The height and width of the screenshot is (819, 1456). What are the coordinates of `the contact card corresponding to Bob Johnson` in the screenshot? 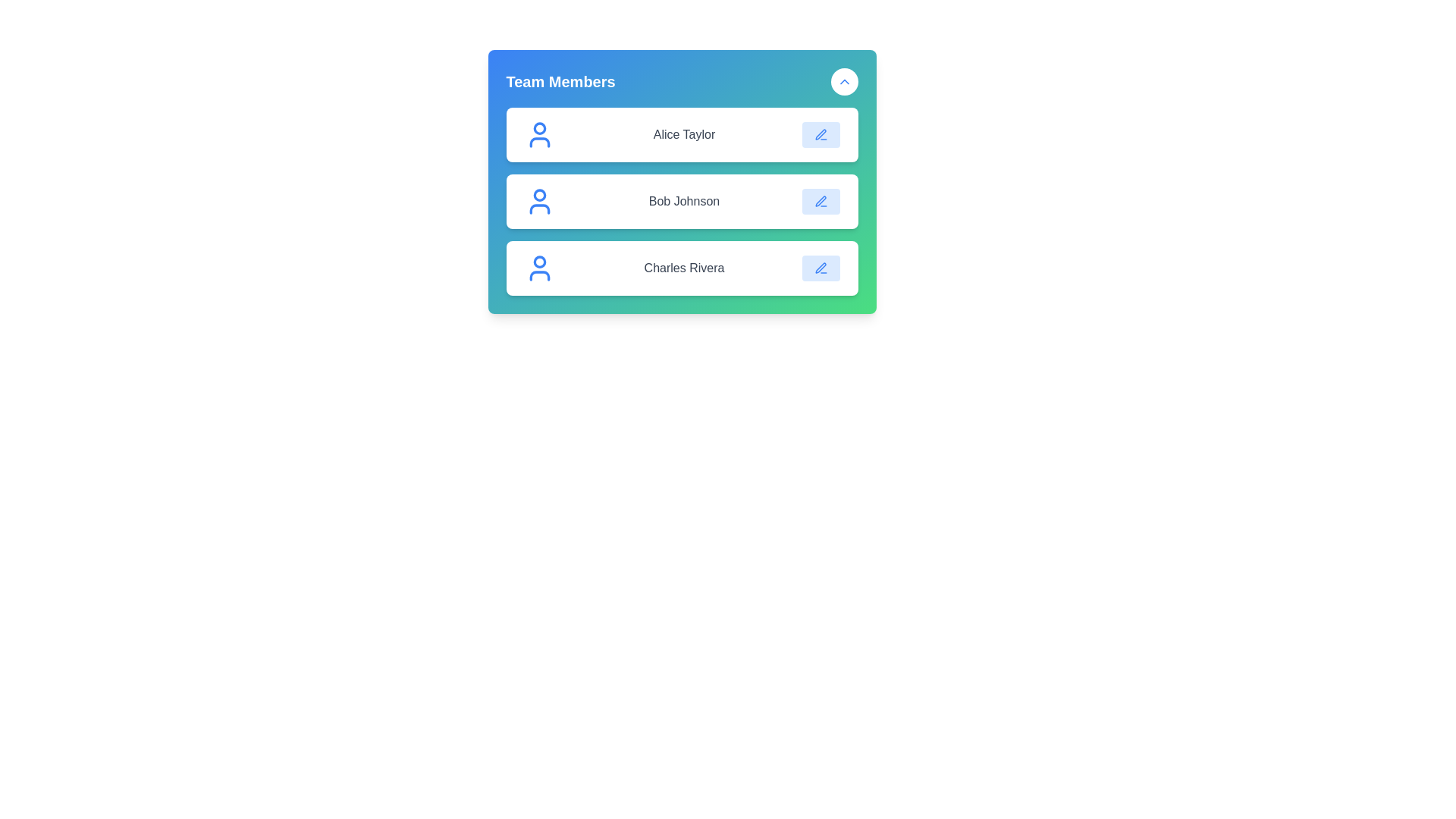 It's located at (681, 201).